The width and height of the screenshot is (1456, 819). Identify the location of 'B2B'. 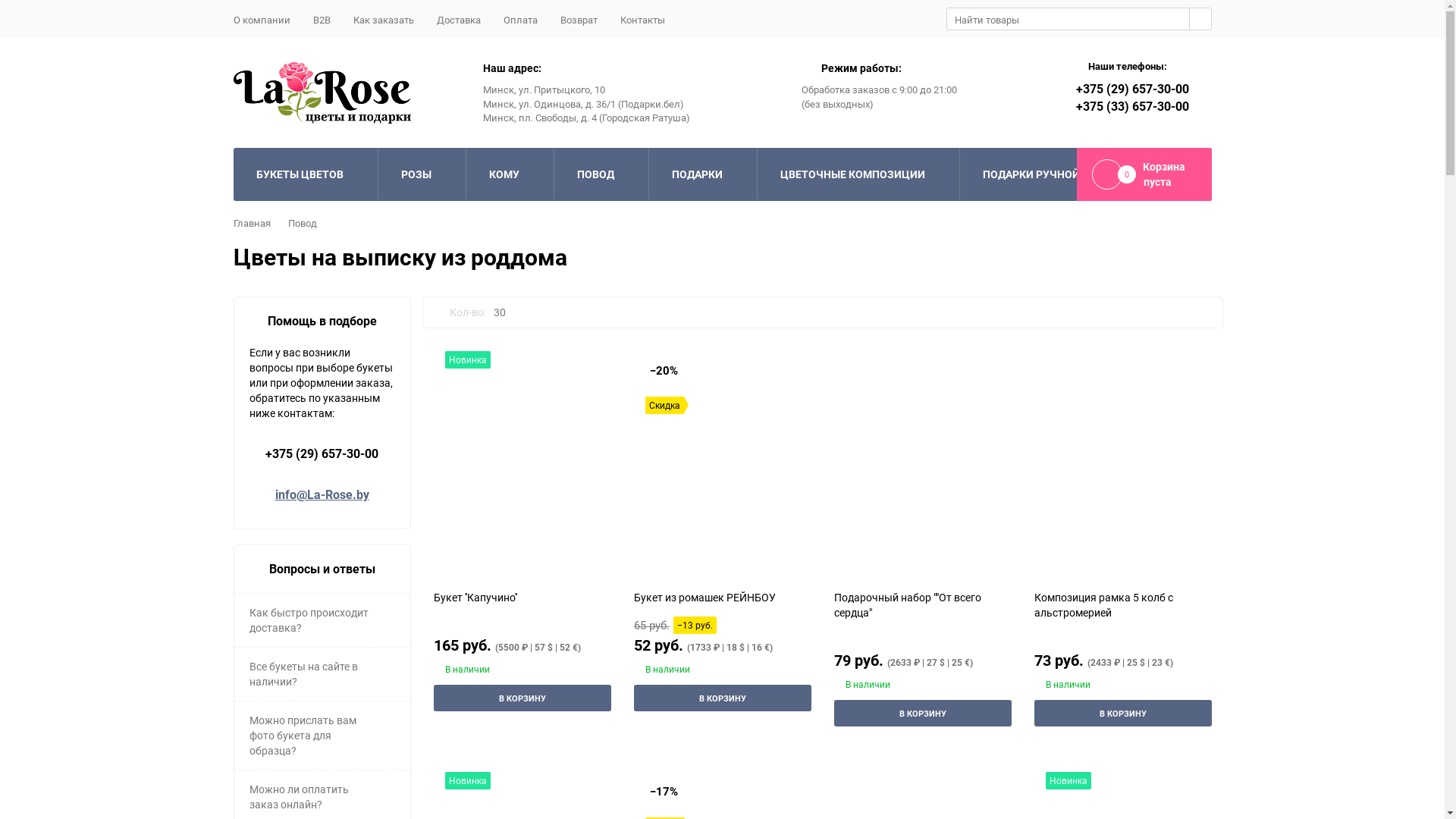
(320, 20).